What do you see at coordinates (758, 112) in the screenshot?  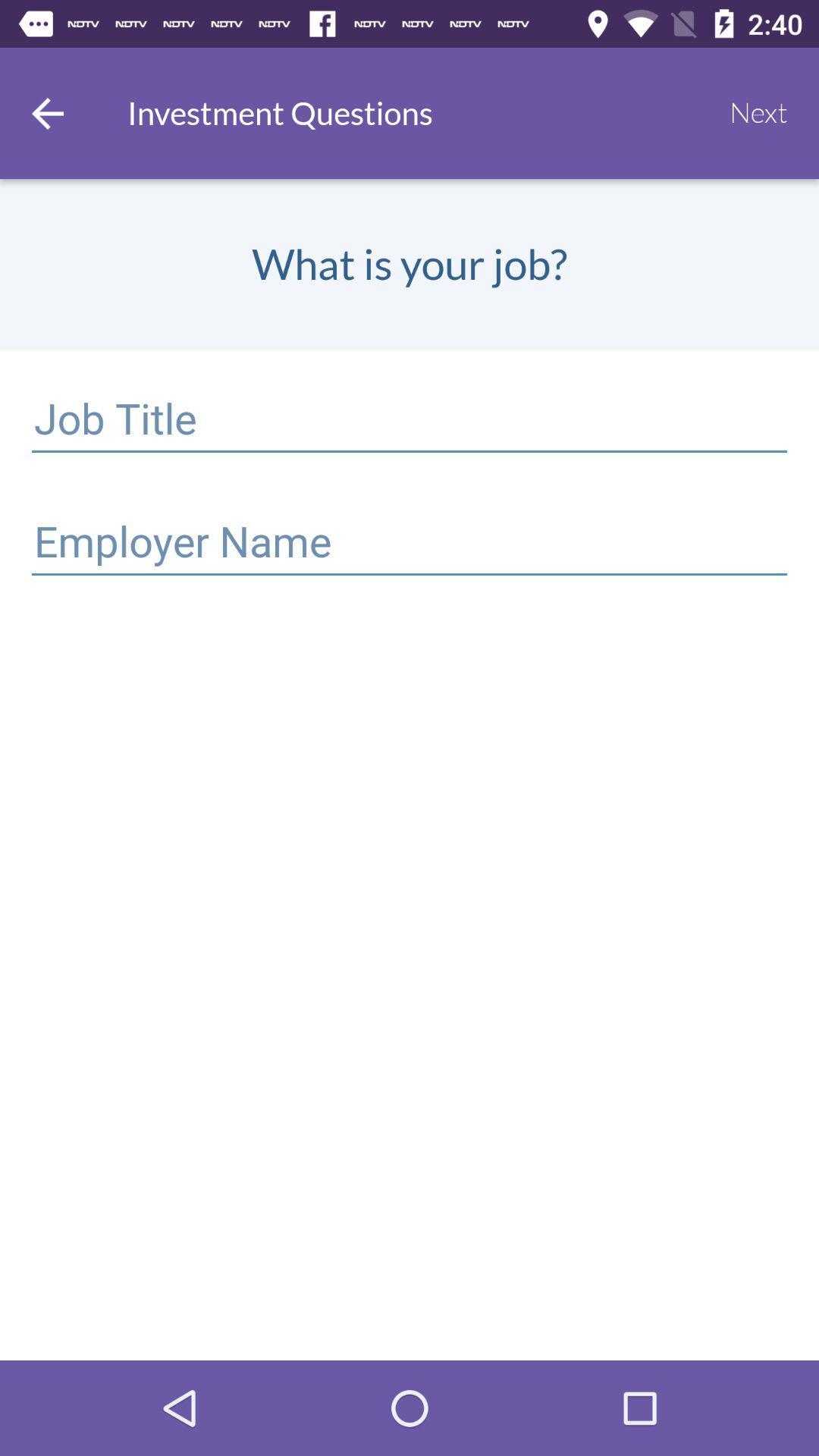 I see `next item` at bounding box center [758, 112].